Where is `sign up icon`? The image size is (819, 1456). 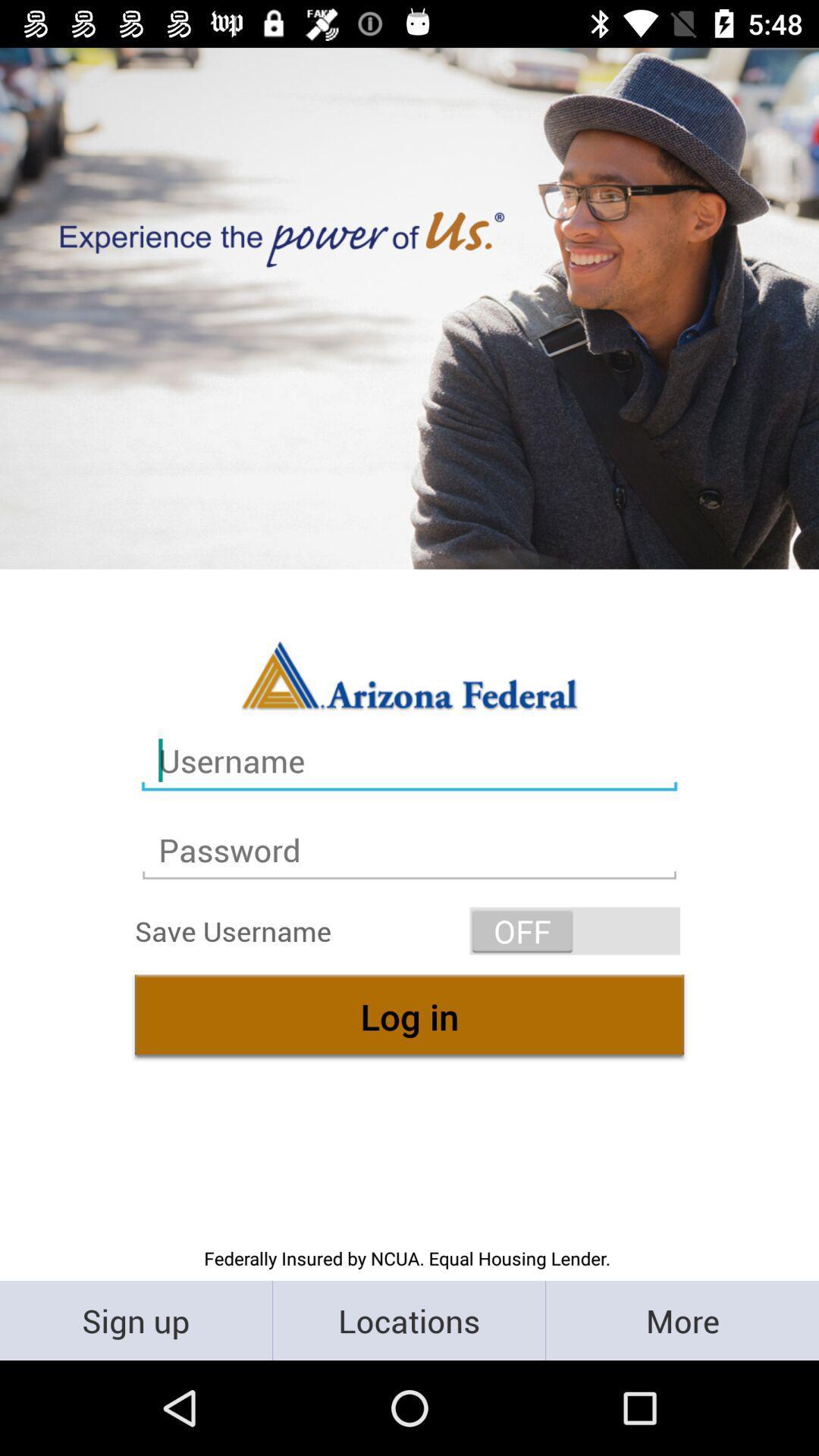 sign up icon is located at coordinates (135, 1319).